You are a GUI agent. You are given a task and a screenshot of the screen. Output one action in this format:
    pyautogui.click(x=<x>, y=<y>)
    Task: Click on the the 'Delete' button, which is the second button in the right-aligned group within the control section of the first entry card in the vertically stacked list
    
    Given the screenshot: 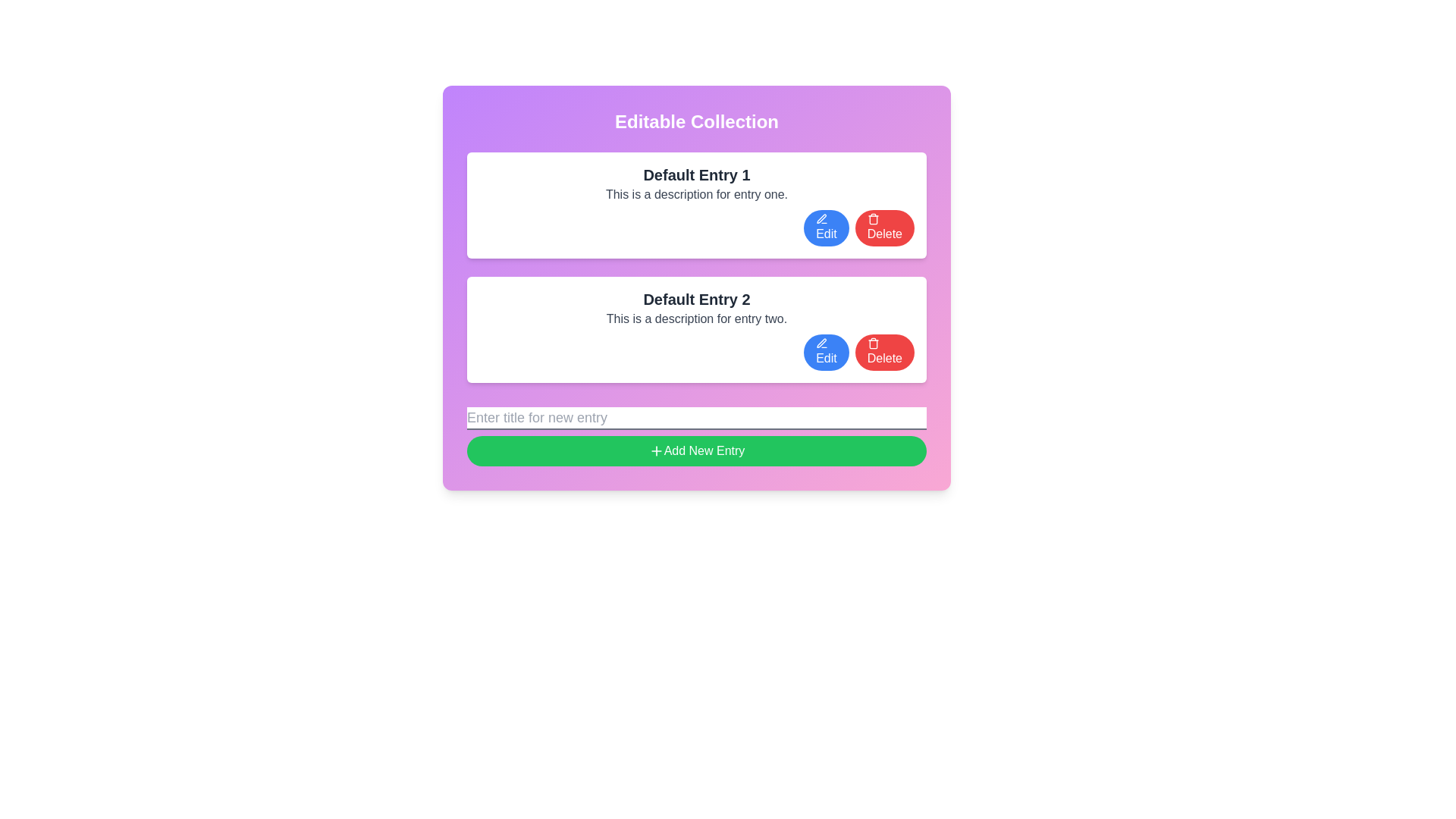 What is the action you would take?
    pyautogui.click(x=884, y=227)
    